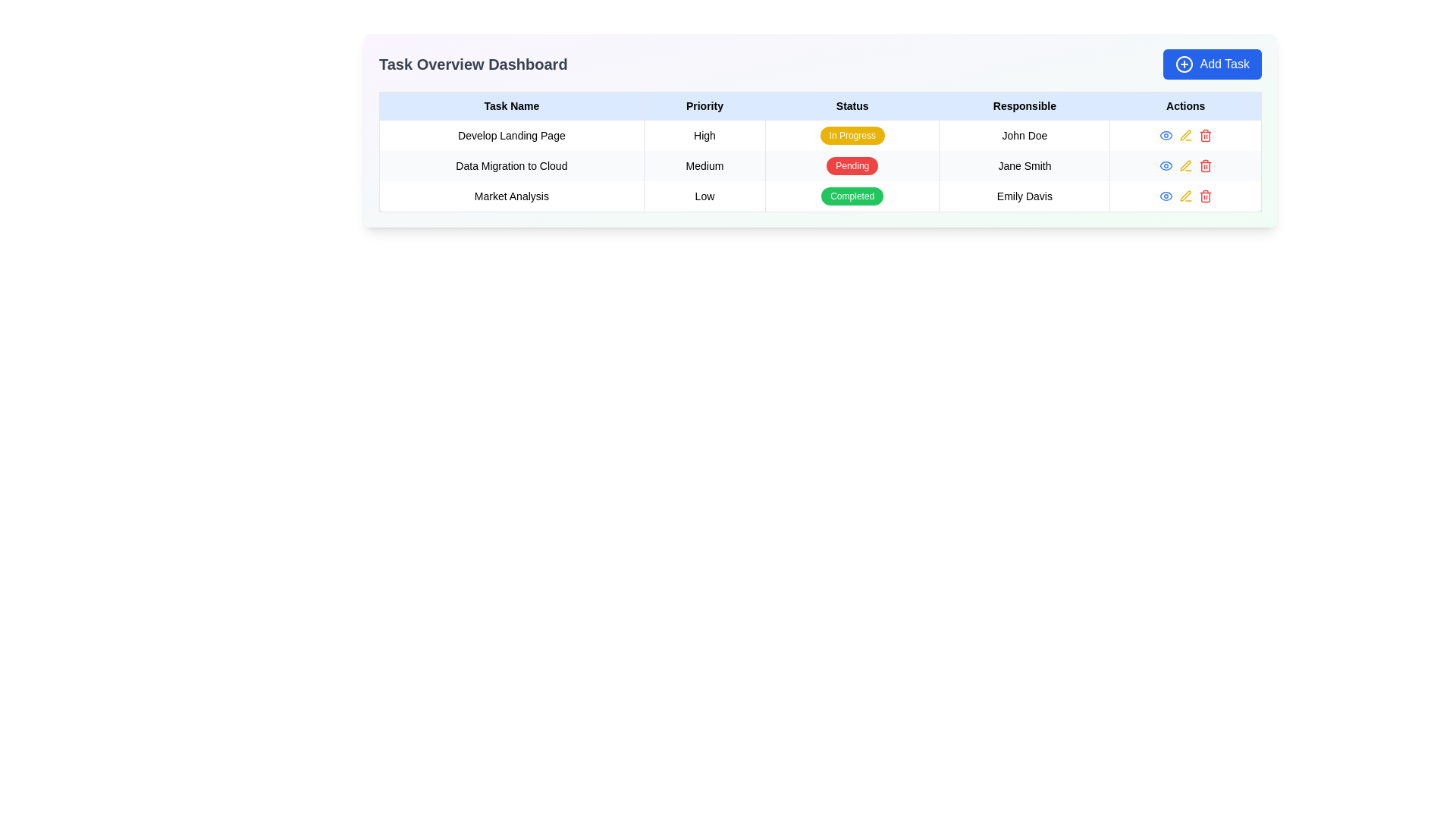 The image size is (1456, 819). What do you see at coordinates (511, 134) in the screenshot?
I see `the static text element that displays the task name in the first row of the task overview table` at bounding box center [511, 134].